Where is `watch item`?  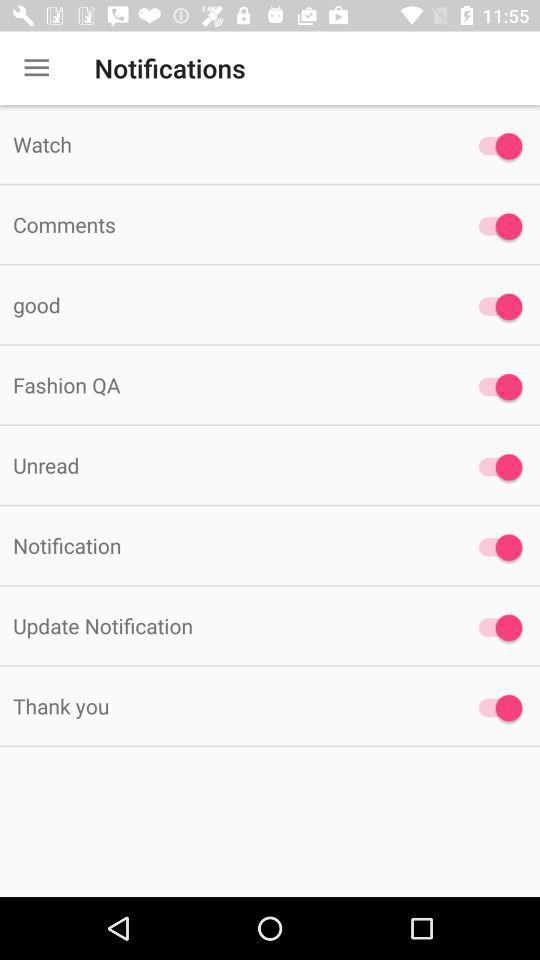
watch item is located at coordinates (224, 143).